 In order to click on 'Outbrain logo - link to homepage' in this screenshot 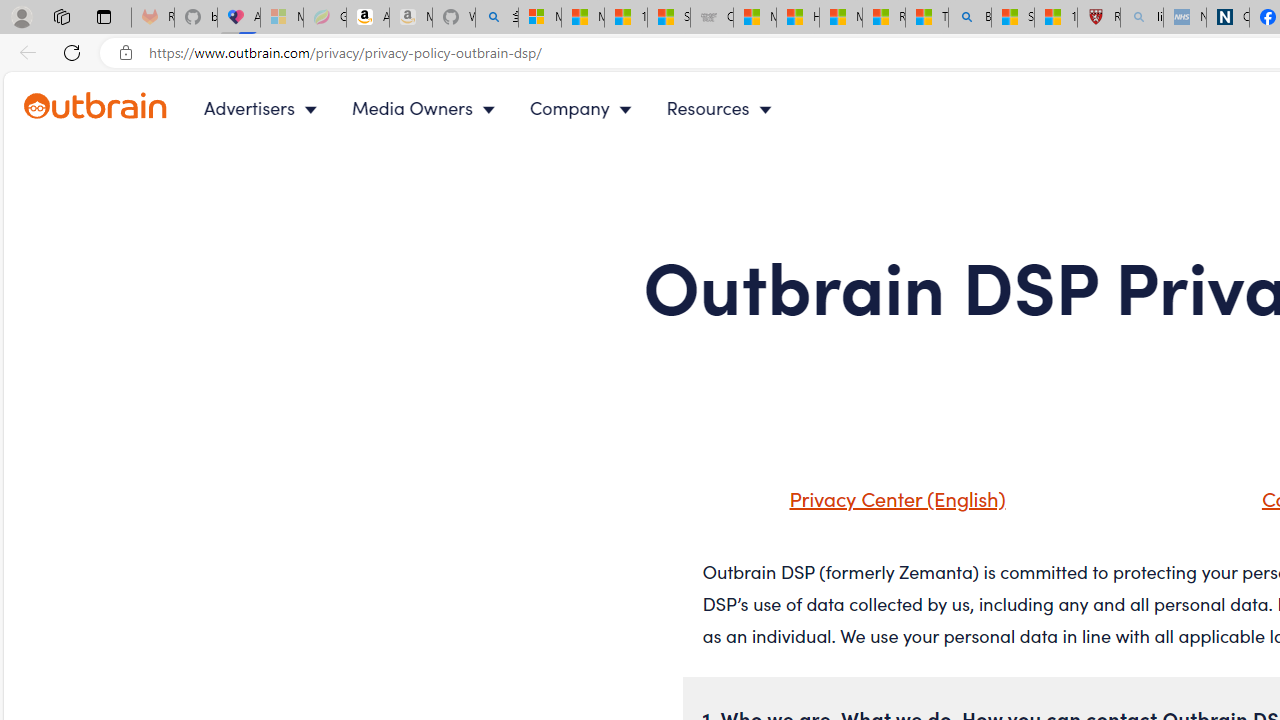, I will do `click(118, 108)`.